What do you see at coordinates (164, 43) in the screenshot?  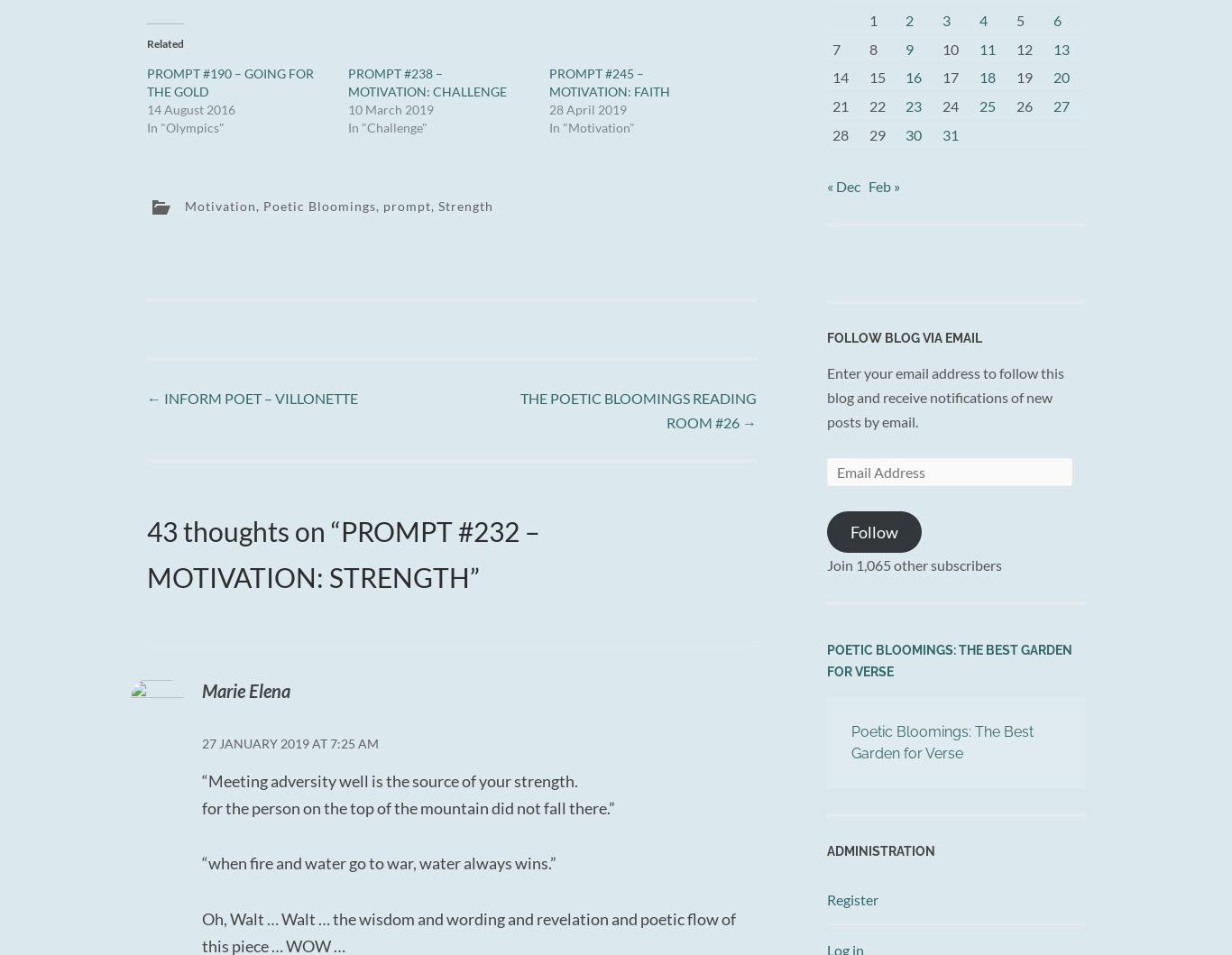 I see `'Related'` at bounding box center [164, 43].